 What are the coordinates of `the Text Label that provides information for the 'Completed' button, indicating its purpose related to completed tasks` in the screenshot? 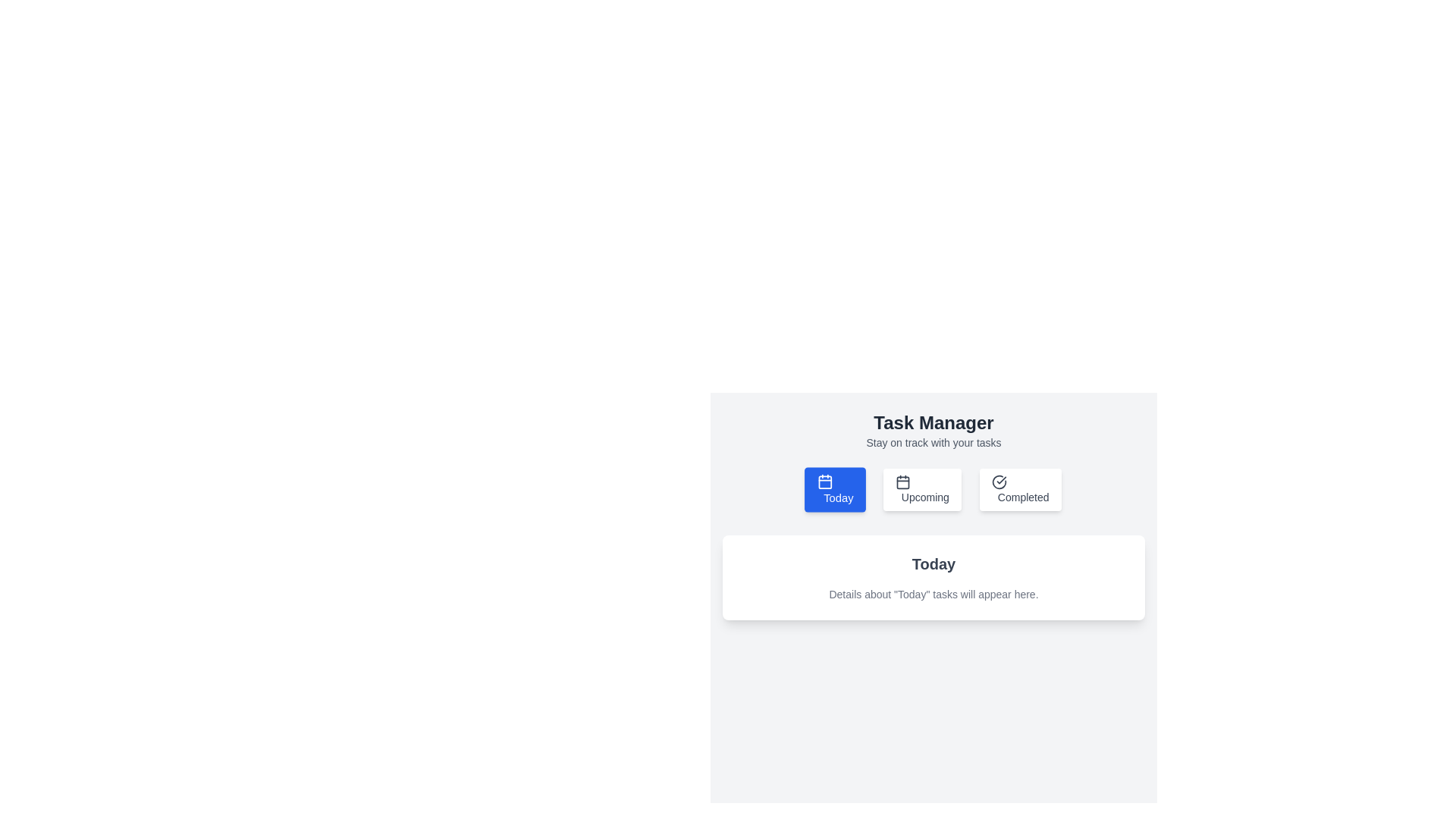 It's located at (1023, 497).